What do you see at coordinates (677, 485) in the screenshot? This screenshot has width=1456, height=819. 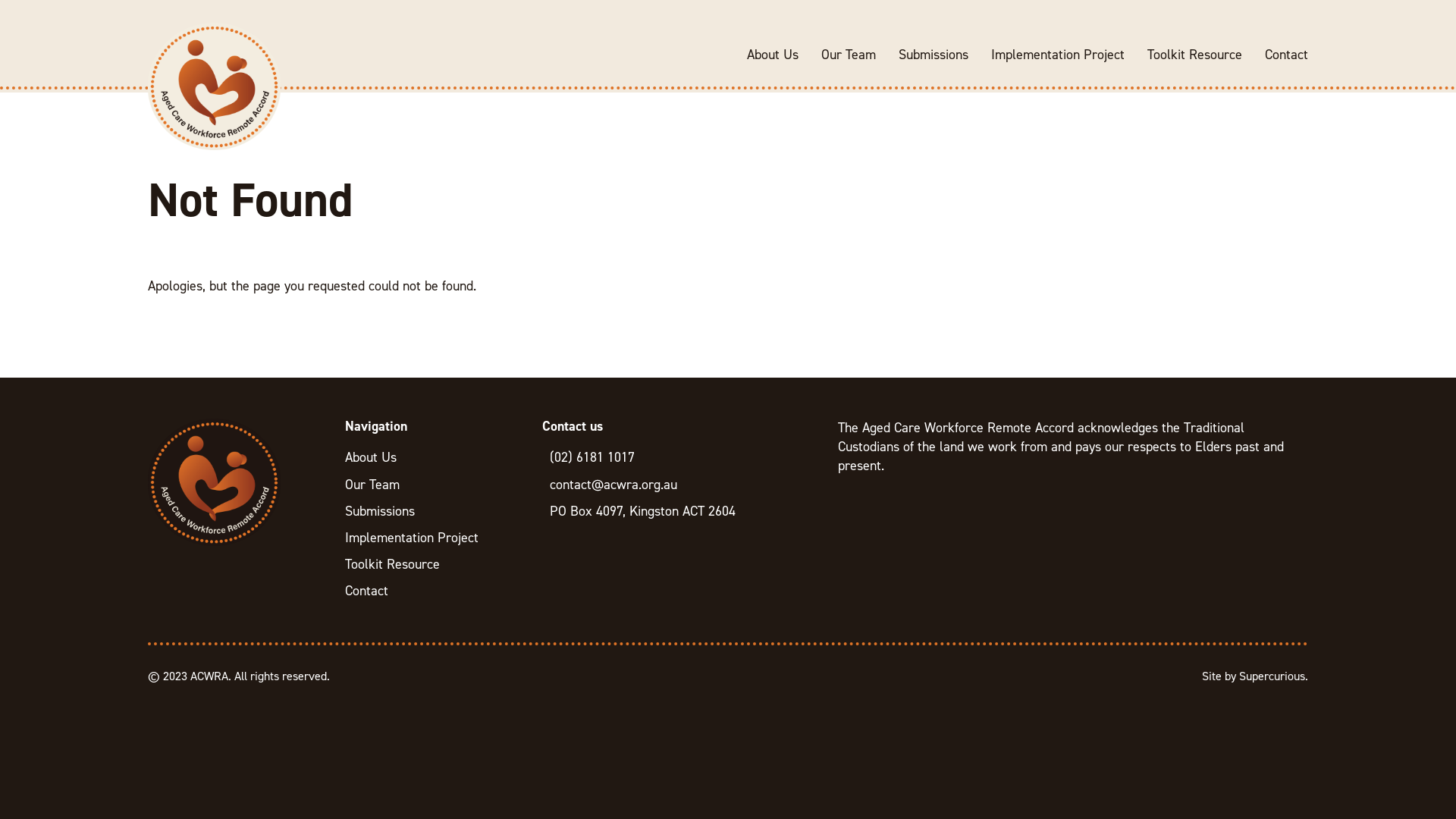 I see `'contact@acwra.org.au'` at bounding box center [677, 485].